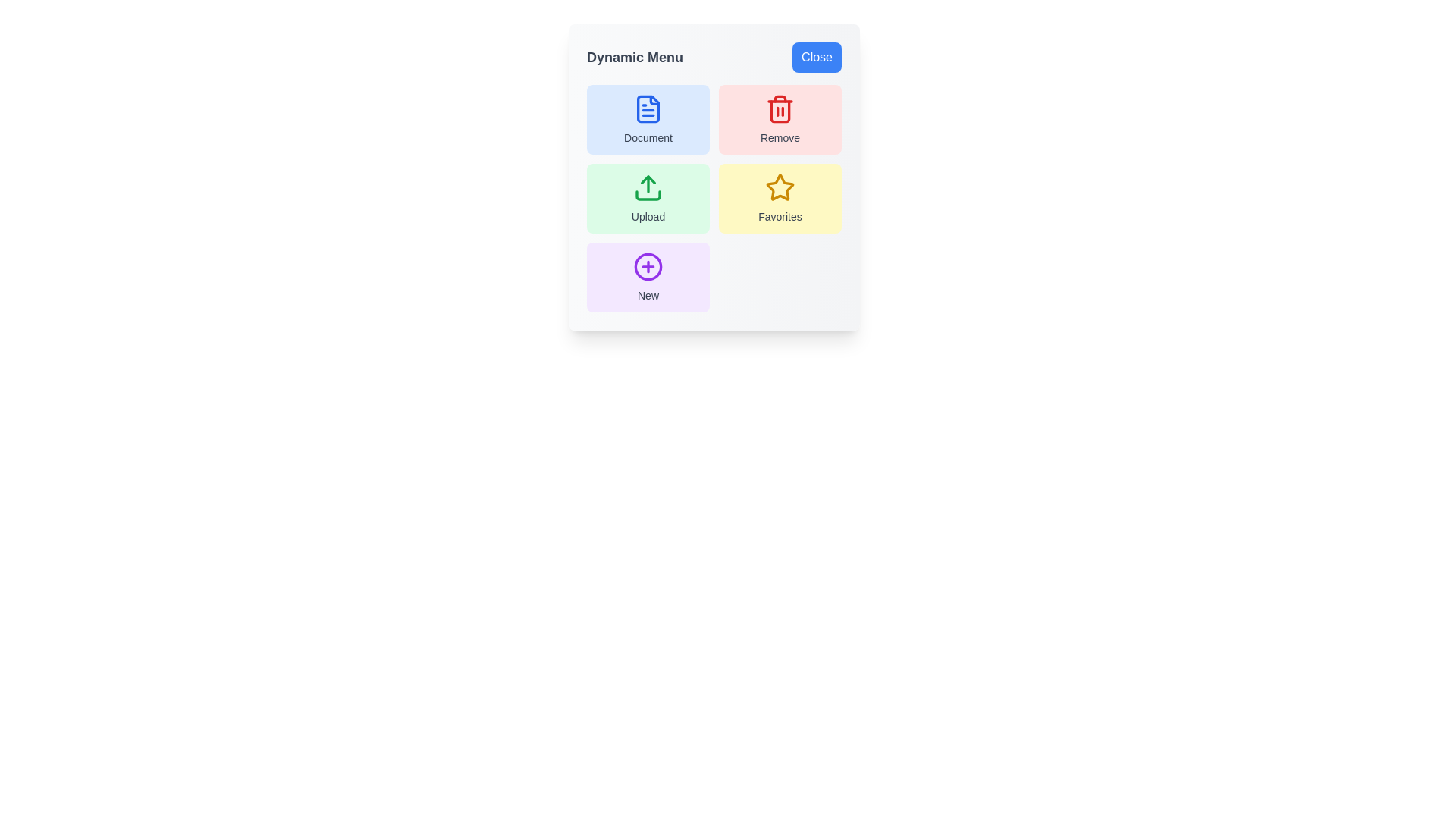 Image resolution: width=1456 pixels, height=819 pixels. What do you see at coordinates (780, 198) in the screenshot?
I see `the 'Favorites' button located in the second column of the second row within the 'Dynamic Menu' grid layout to trigger its hover state` at bounding box center [780, 198].